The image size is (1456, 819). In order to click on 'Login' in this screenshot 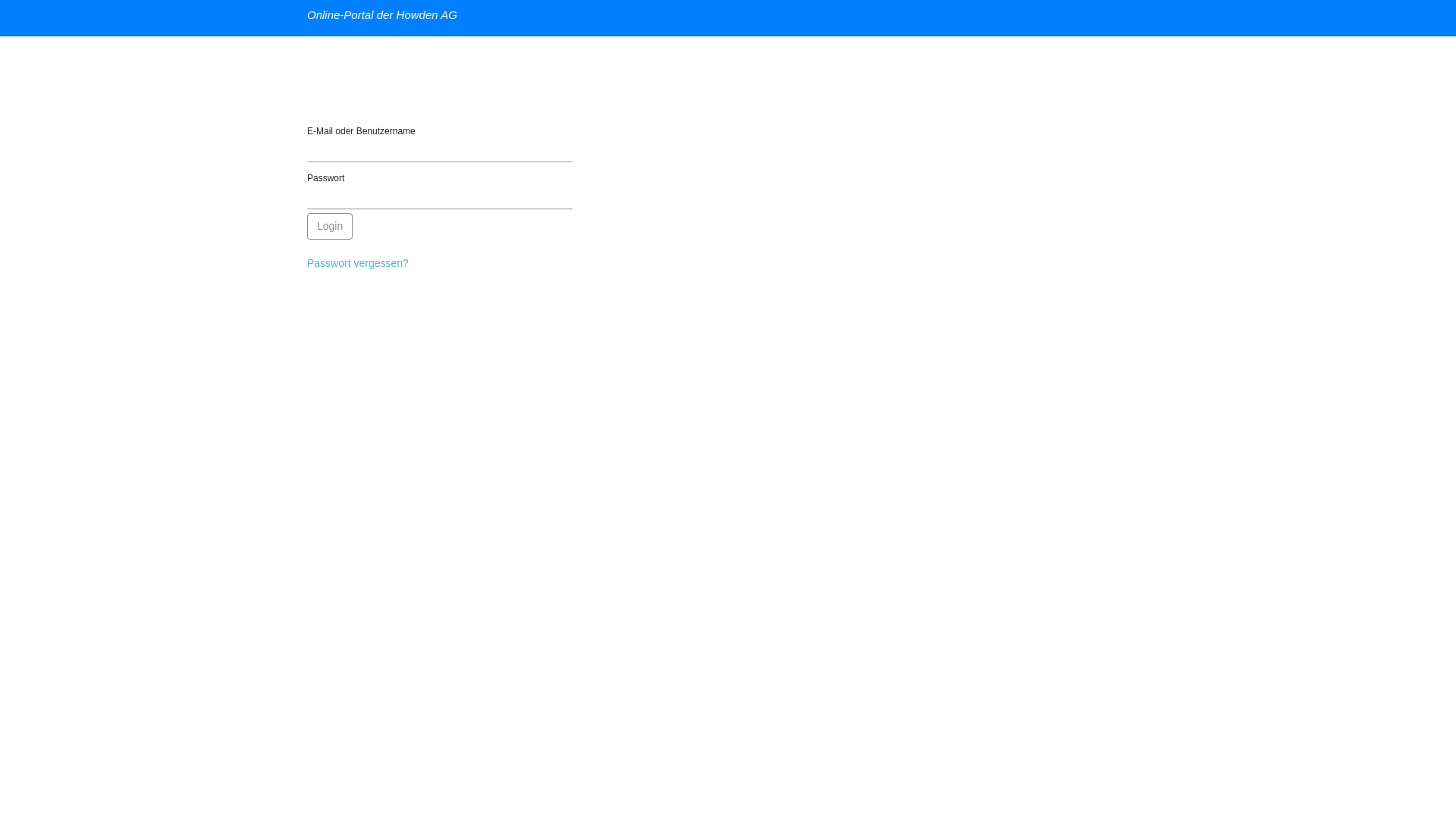, I will do `click(329, 226)`.